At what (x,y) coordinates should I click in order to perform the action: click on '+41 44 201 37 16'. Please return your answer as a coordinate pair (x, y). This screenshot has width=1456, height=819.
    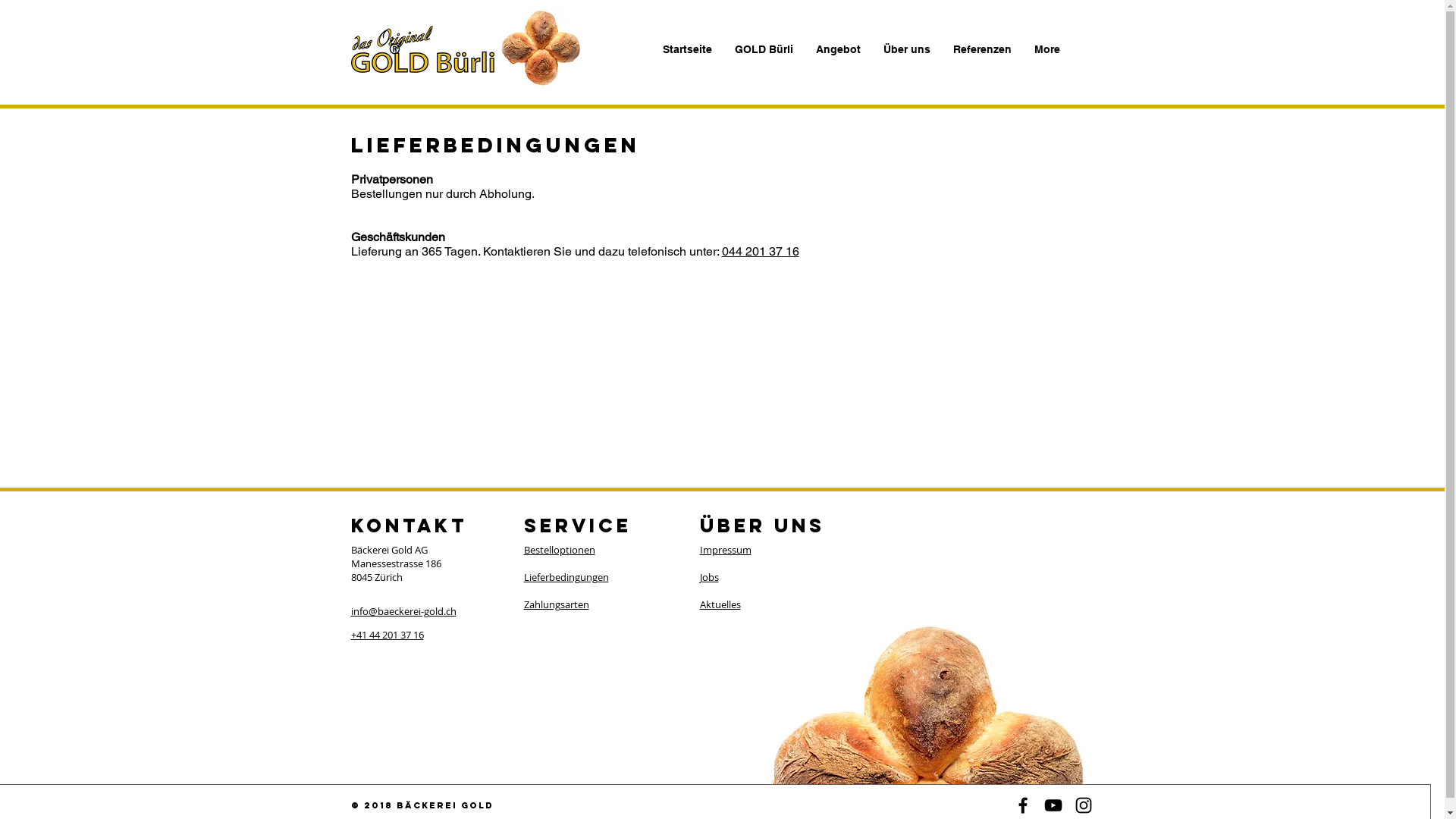
    Looking at the image, I should click on (386, 635).